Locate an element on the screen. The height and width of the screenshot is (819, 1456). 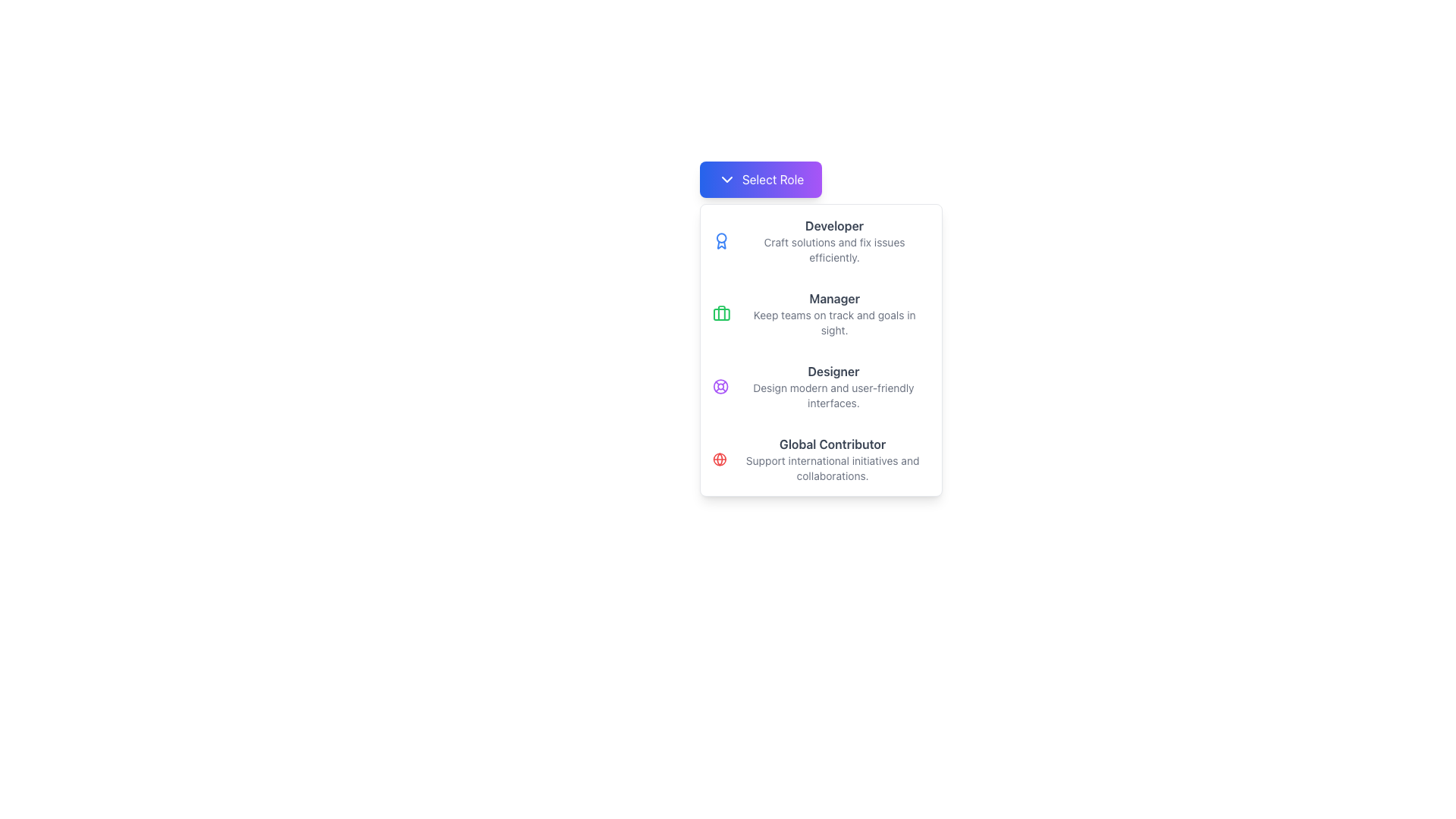
the selectable dropdown item labeled 'Designer' is located at coordinates (820, 385).